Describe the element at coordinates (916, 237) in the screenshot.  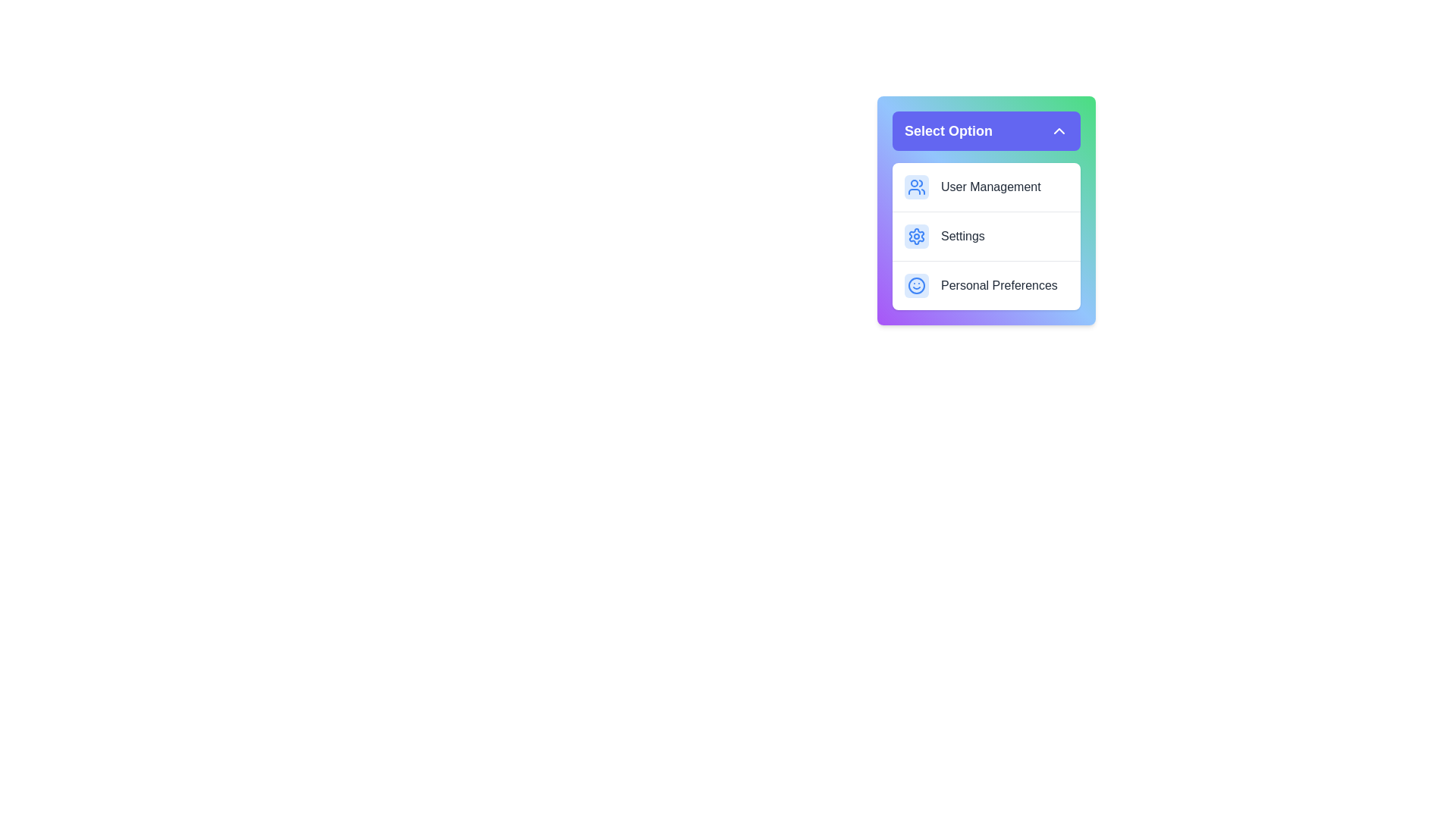
I see `the gear-shaped settings icon, which is blue and located near the 'Settings' option in the upper part of the interface` at that location.